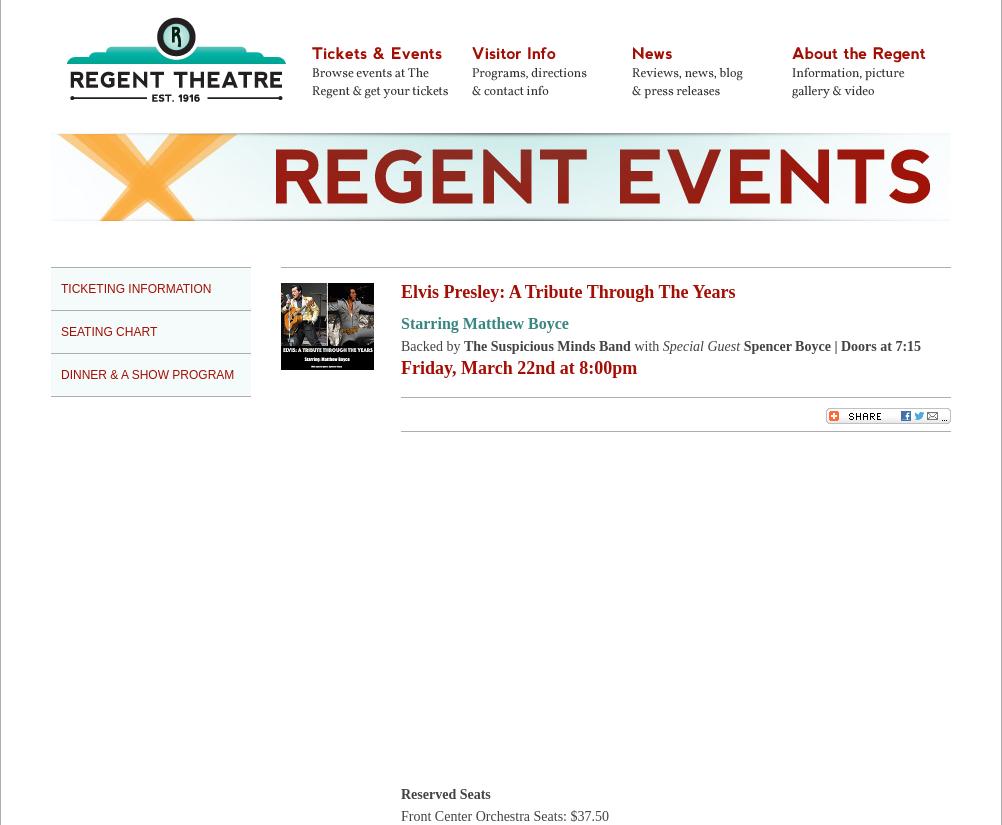 The width and height of the screenshot is (1002, 825). I want to click on 'Friday, March 22nd at 8:00pm', so click(519, 368).